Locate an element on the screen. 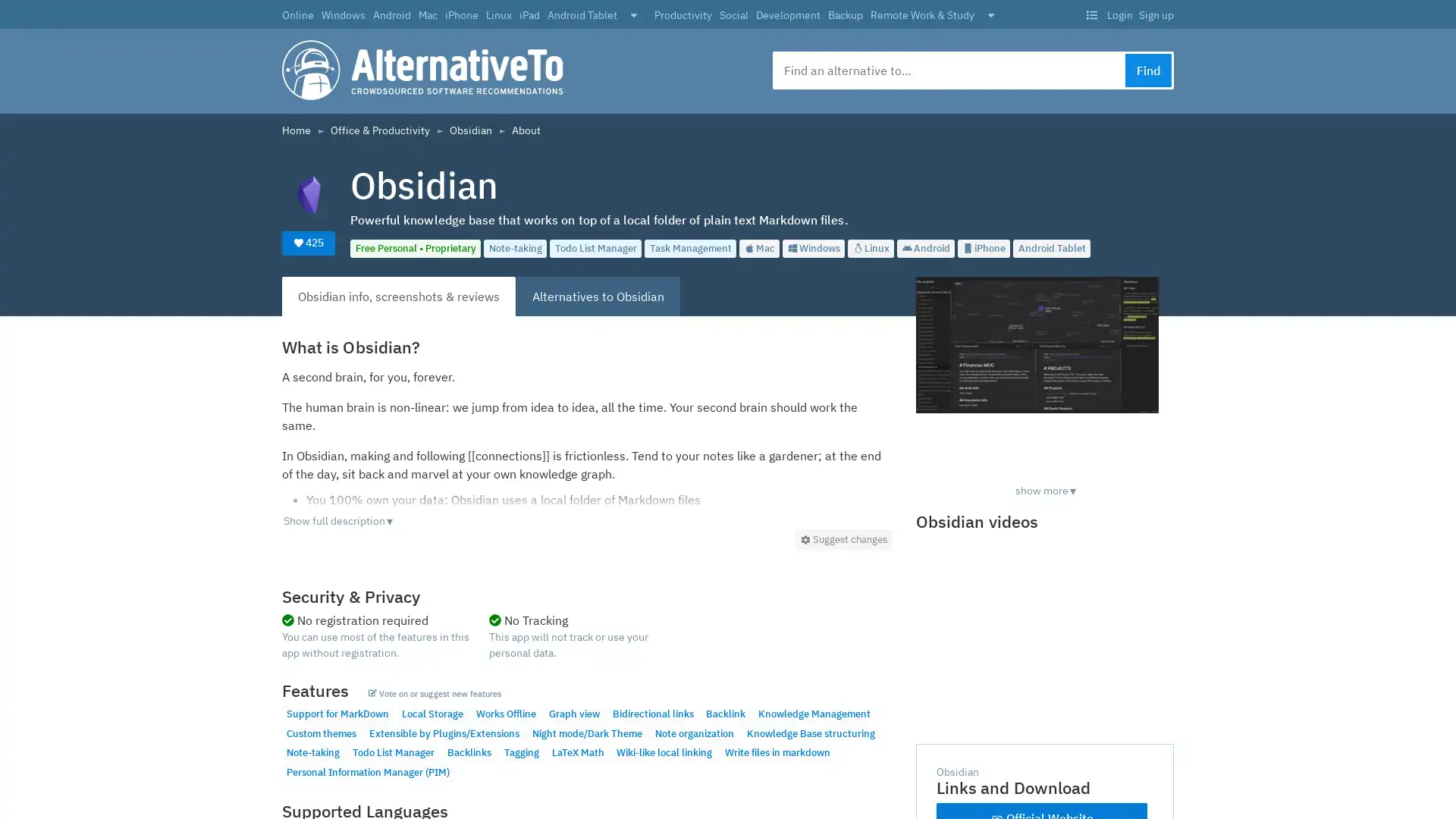 The height and width of the screenshot is (819, 1456). Show all categories is located at coordinates (990, 16).